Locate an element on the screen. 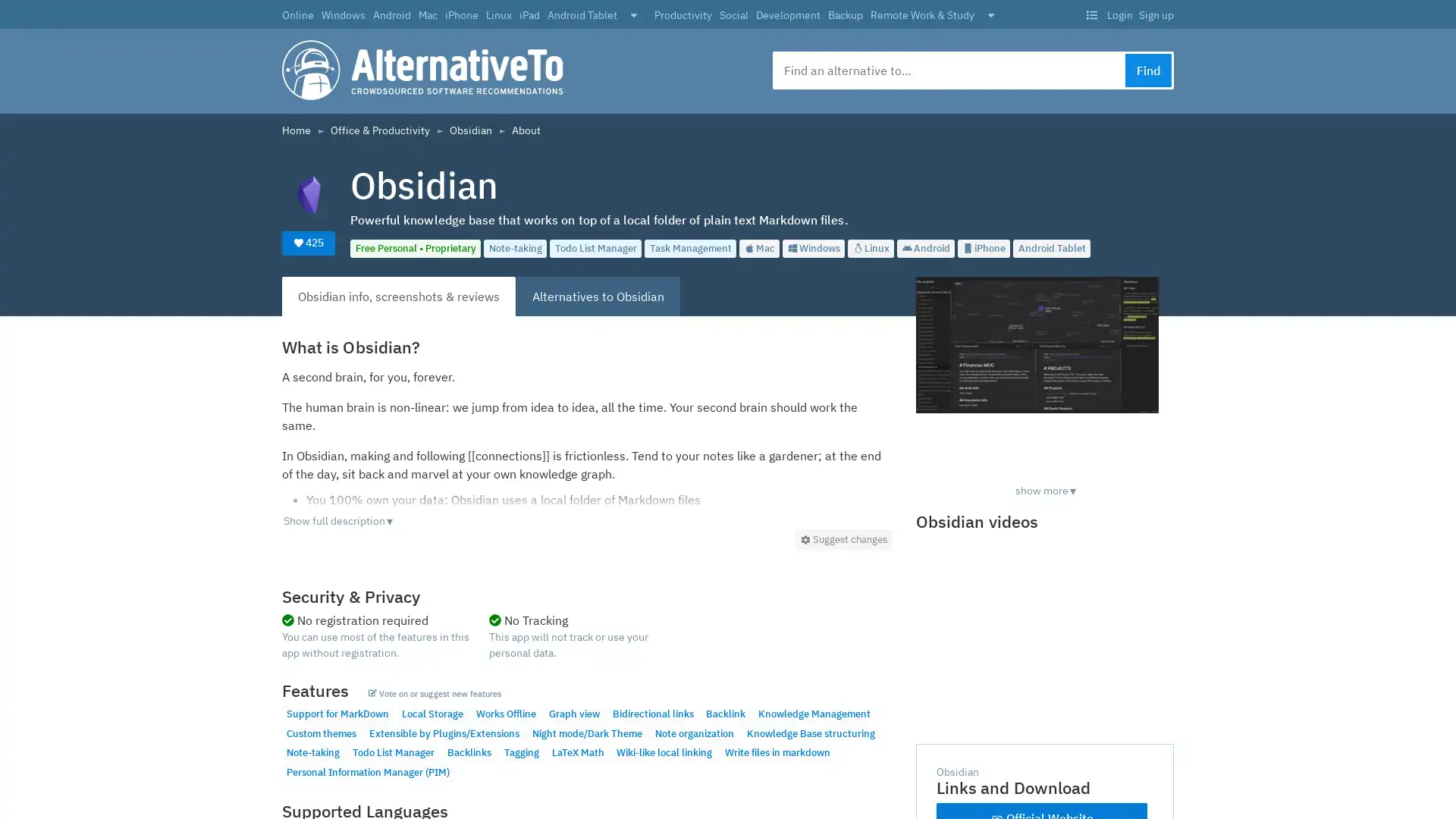 The height and width of the screenshot is (819, 1456). Show all categories is located at coordinates (990, 16).